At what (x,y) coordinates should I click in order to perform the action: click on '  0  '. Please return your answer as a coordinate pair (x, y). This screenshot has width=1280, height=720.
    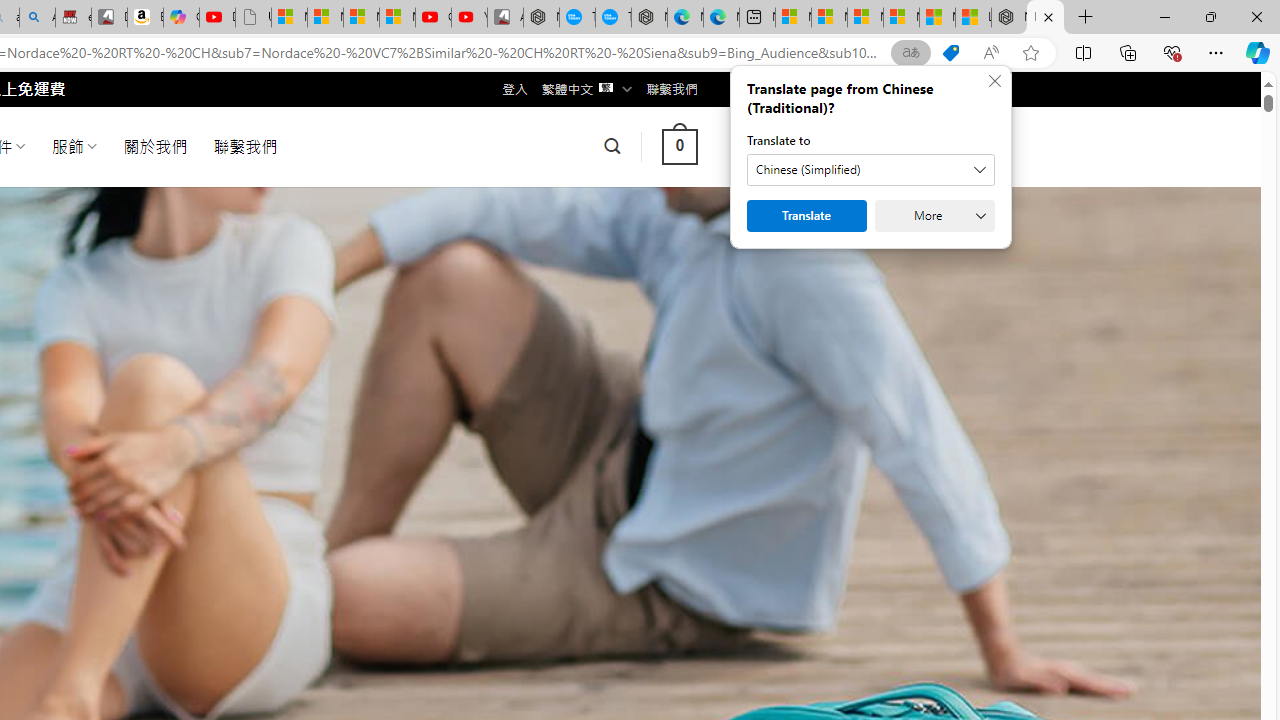
    Looking at the image, I should click on (679, 145).